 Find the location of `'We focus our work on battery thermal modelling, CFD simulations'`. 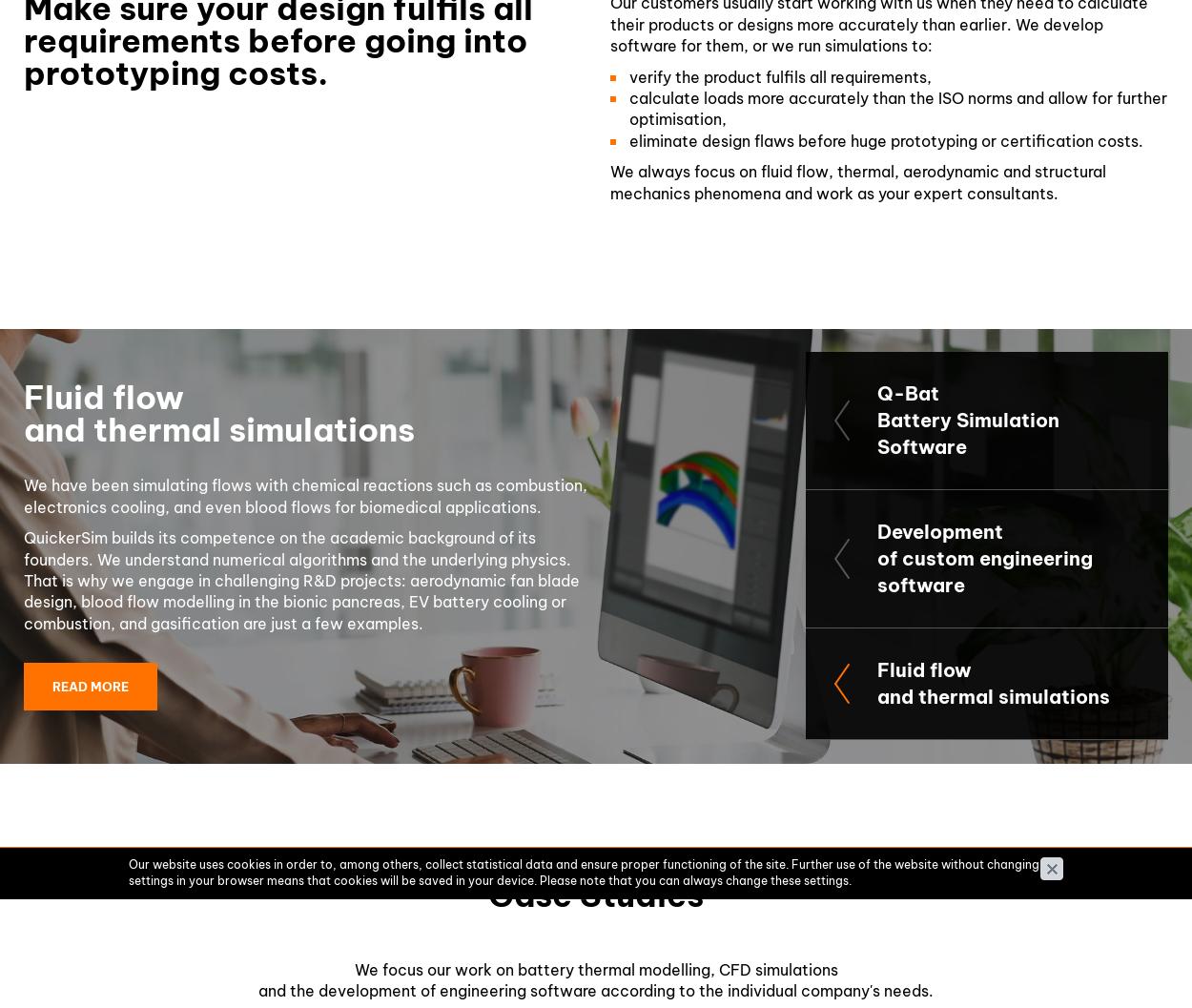

'We focus our work on battery thermal modelling, CFD simulations' is located at coordinates (353, 967).